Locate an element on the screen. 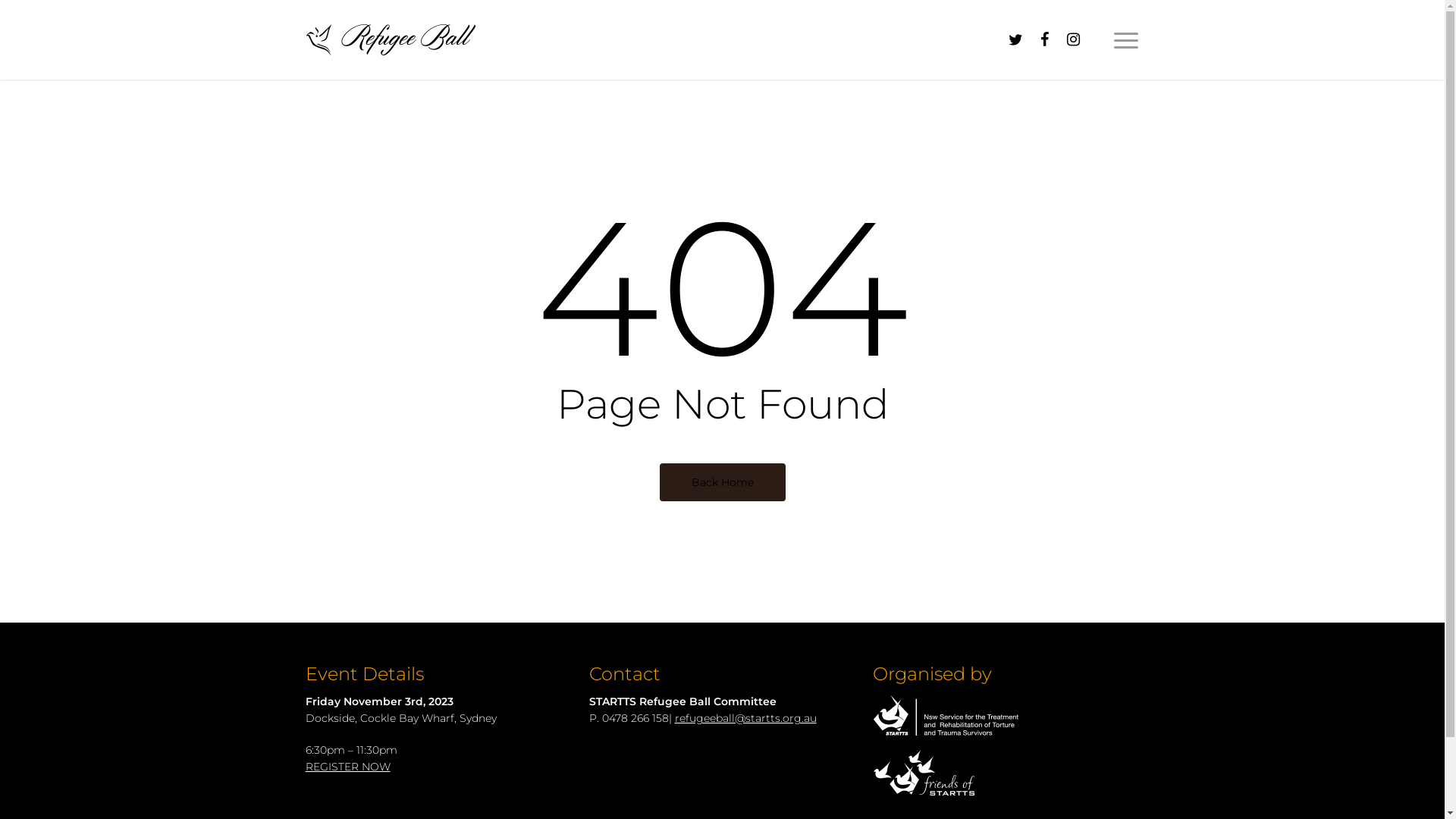 The width and height of the screenshot is (1456, 819). 'instagram' is located at coordinates (1072, 39).